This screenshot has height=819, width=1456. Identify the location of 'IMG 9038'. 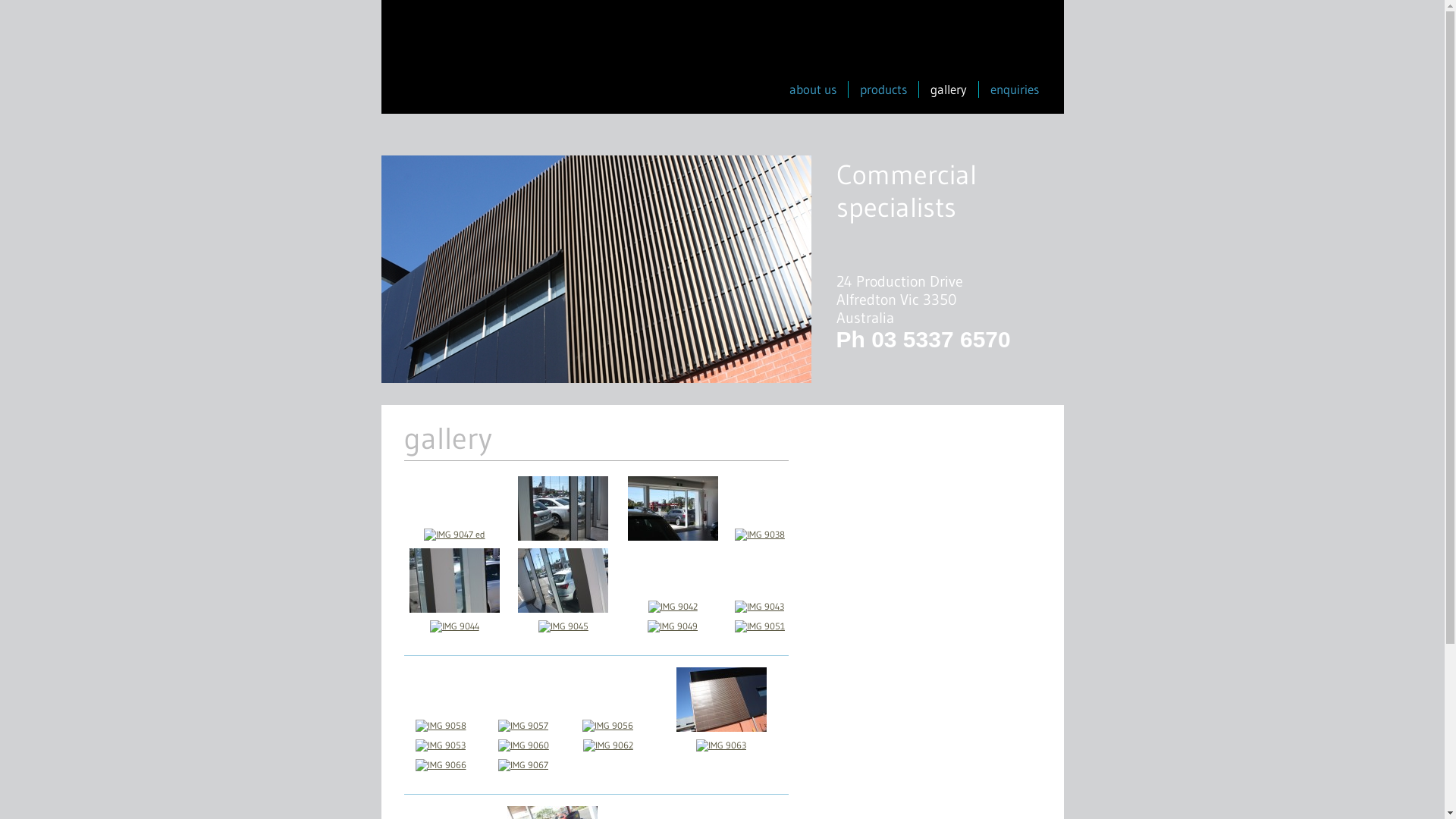
(760, 534).